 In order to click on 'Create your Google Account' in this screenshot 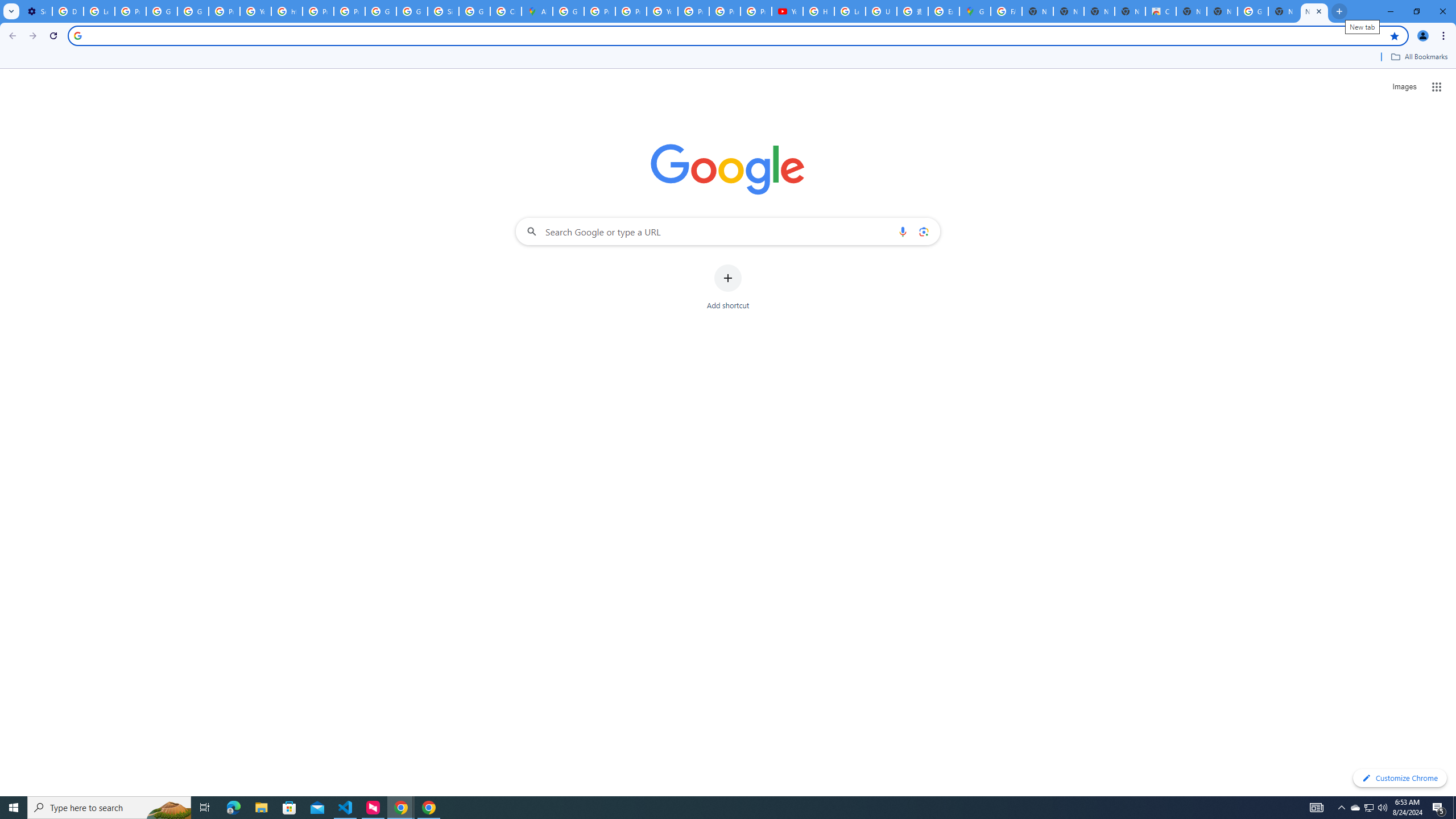, I will do `click(505, 11)`.